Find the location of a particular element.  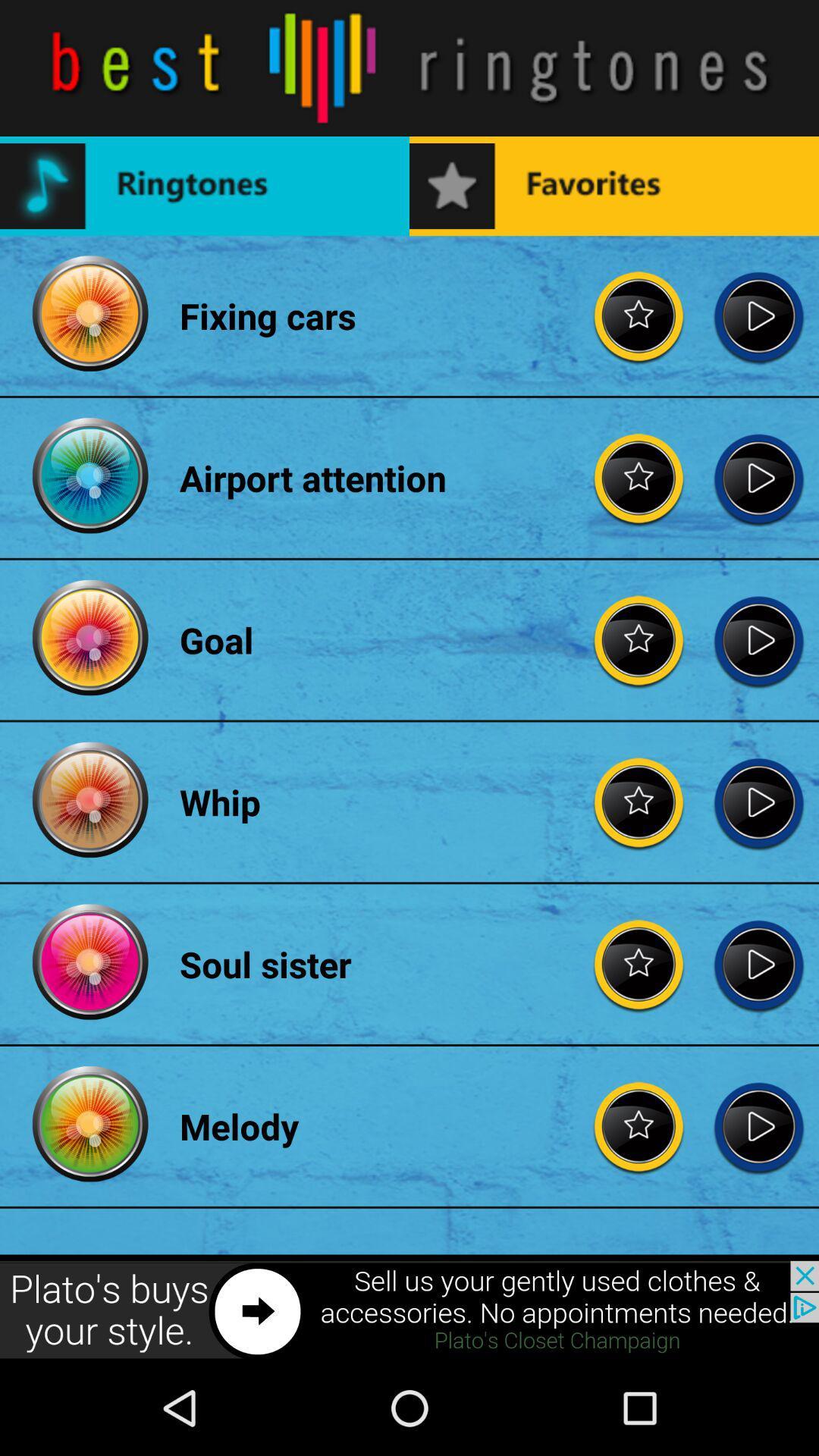

option is located at coordinates (639, 315).